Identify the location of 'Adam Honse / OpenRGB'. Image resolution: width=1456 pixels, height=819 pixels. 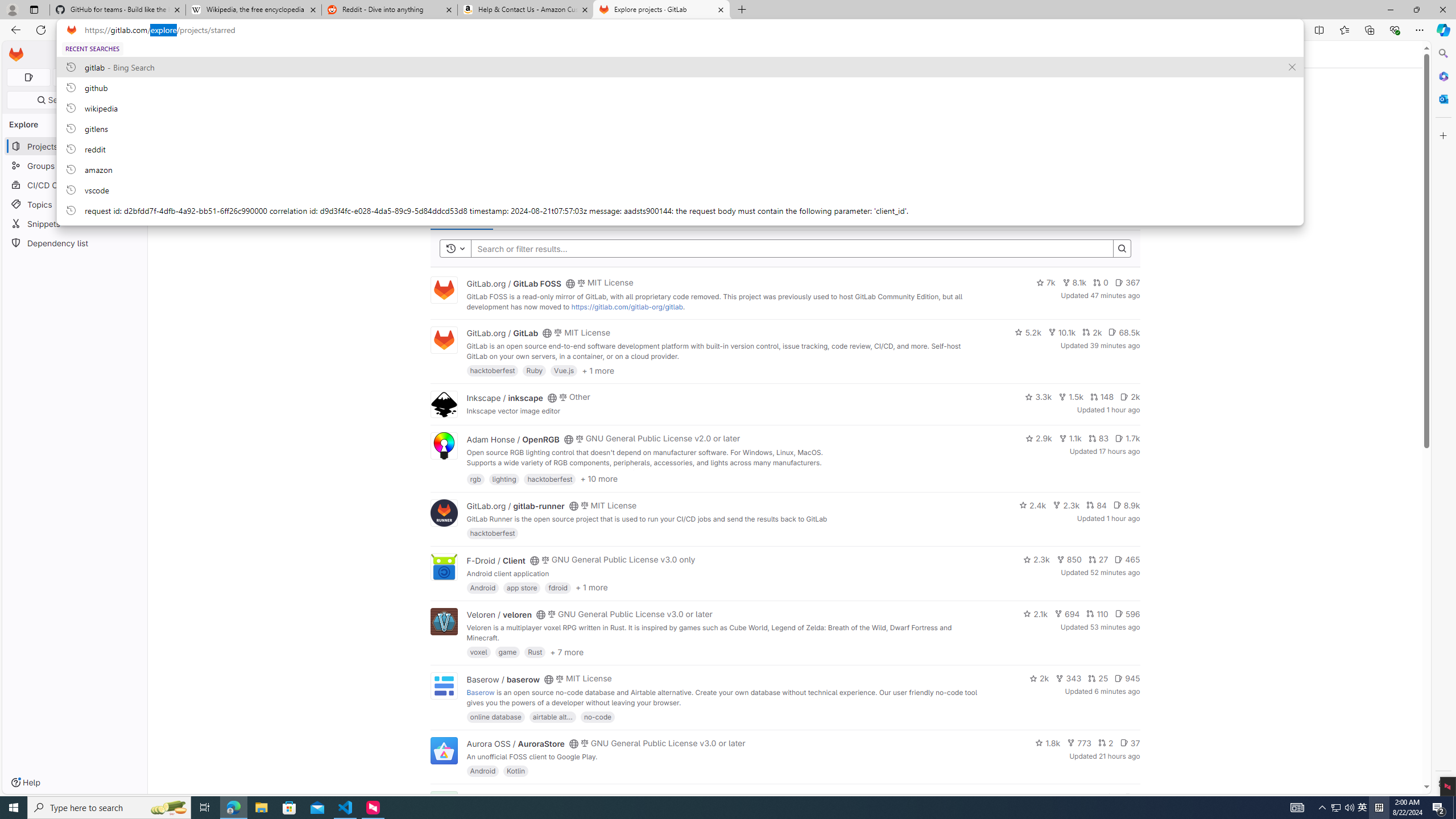
(512, 438).